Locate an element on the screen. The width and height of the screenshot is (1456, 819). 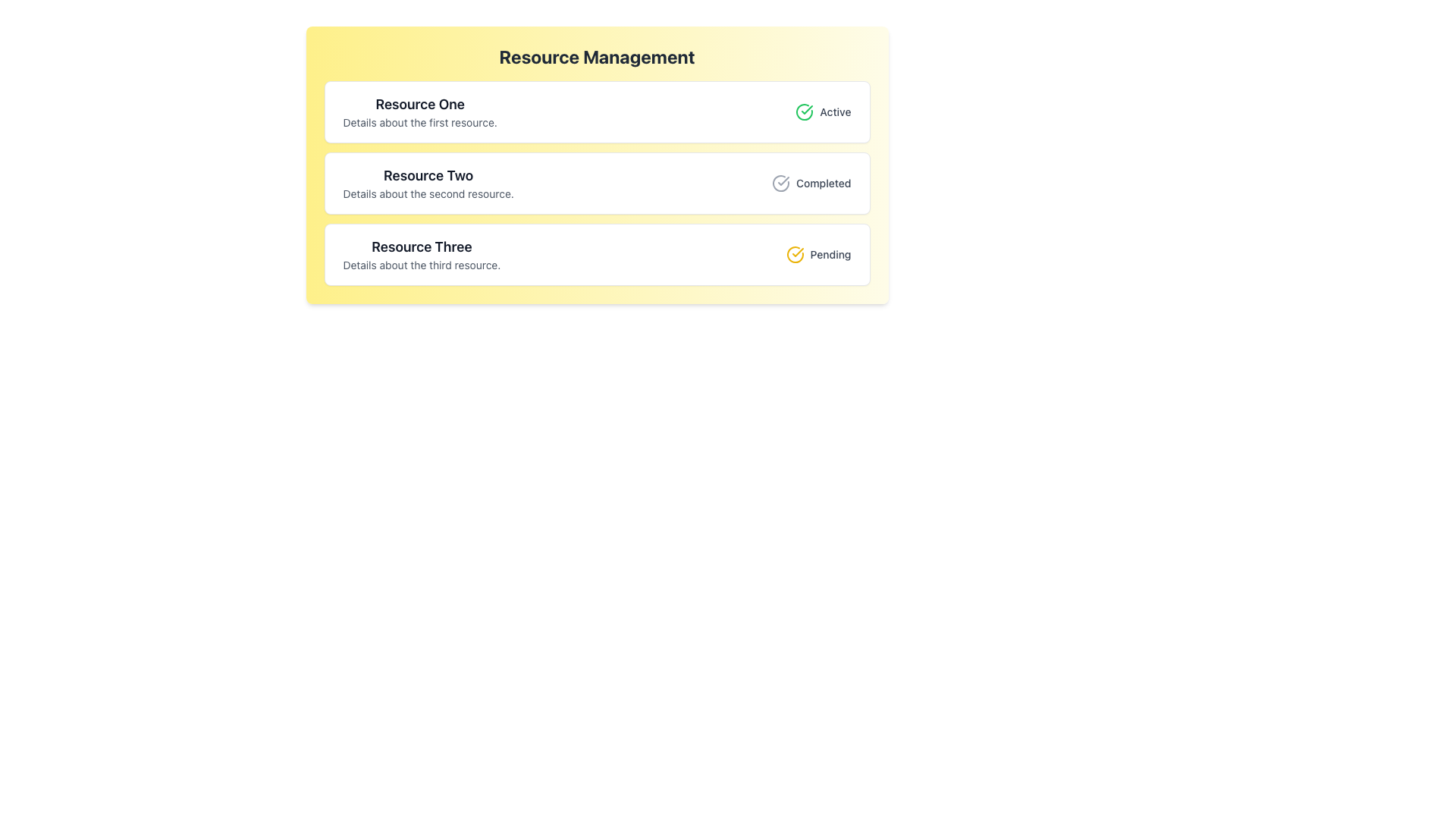
the text element that reads 'Details about the second resource.', which is styled in a smaller, lighter gray font and is positioned directly below the title 'Resource Two' is located at coordinates (428, 193).